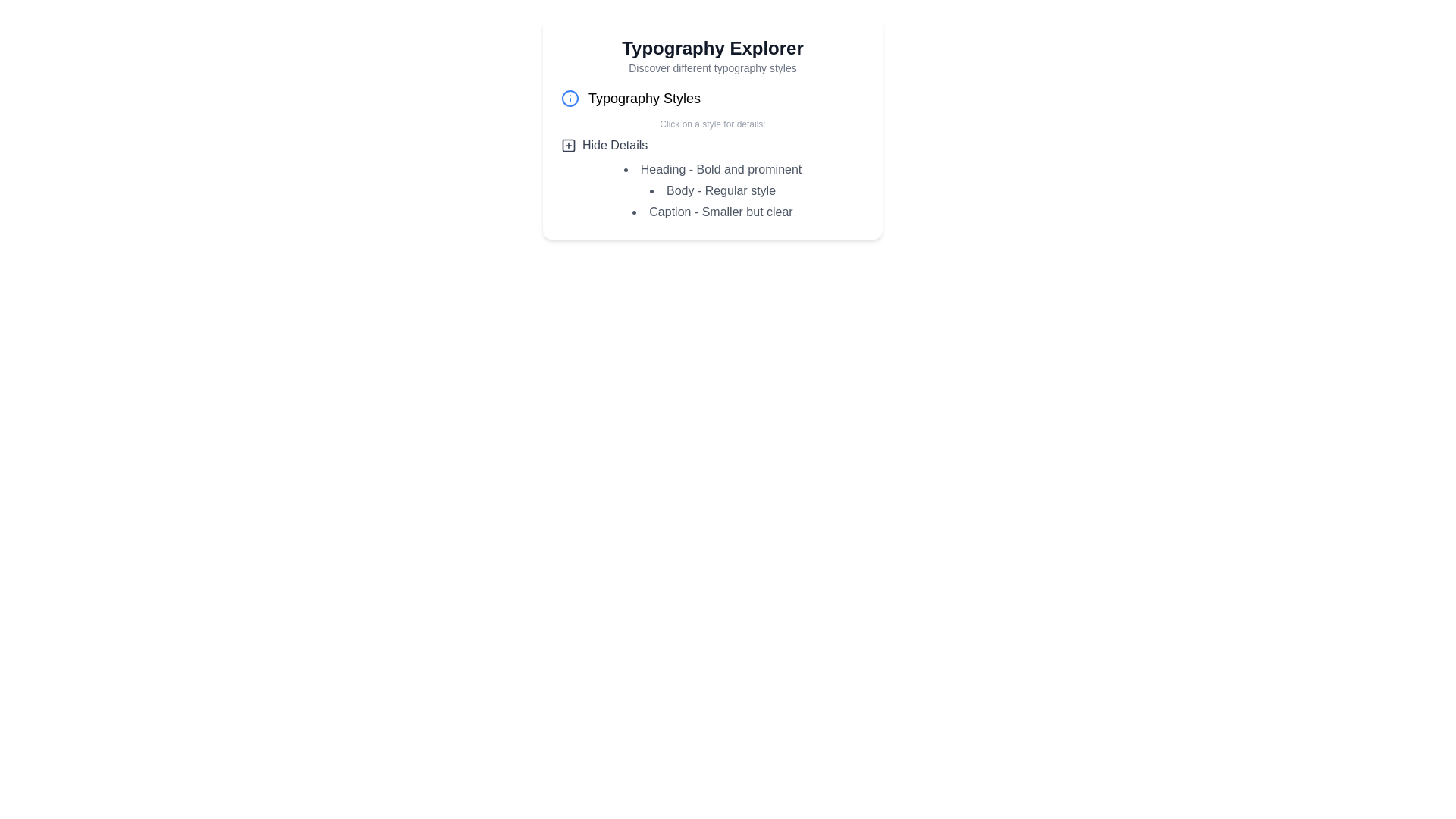 The height and width of the screenshot is (819, 1456). I want to click on the bold and prominent Text Label that serves as the first item in a bulleted list within a card-like interface, so click(712, 169).